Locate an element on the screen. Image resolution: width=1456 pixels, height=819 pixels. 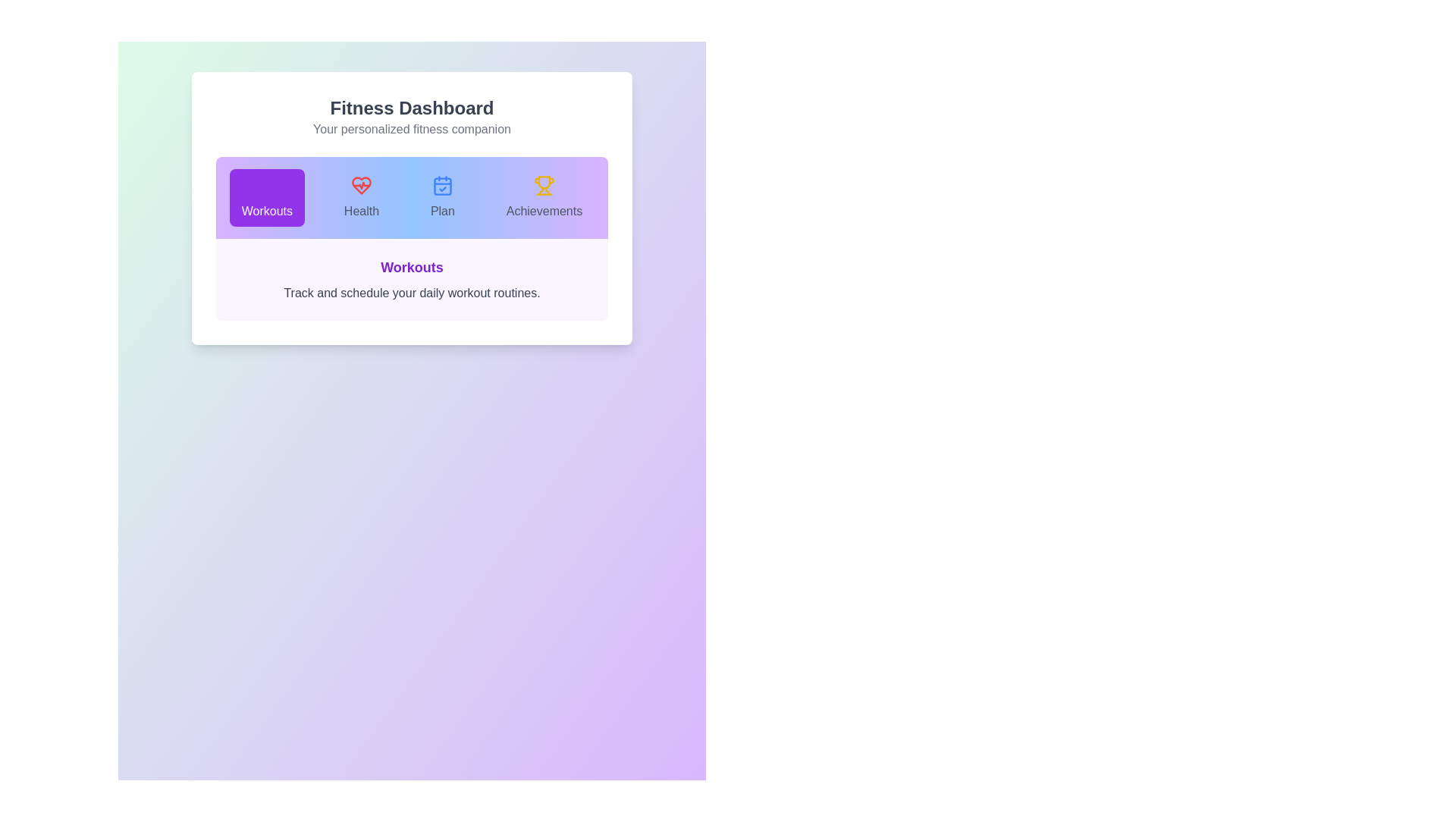
the tab icon corresponding to Plan is located at coordinates (441, 197).